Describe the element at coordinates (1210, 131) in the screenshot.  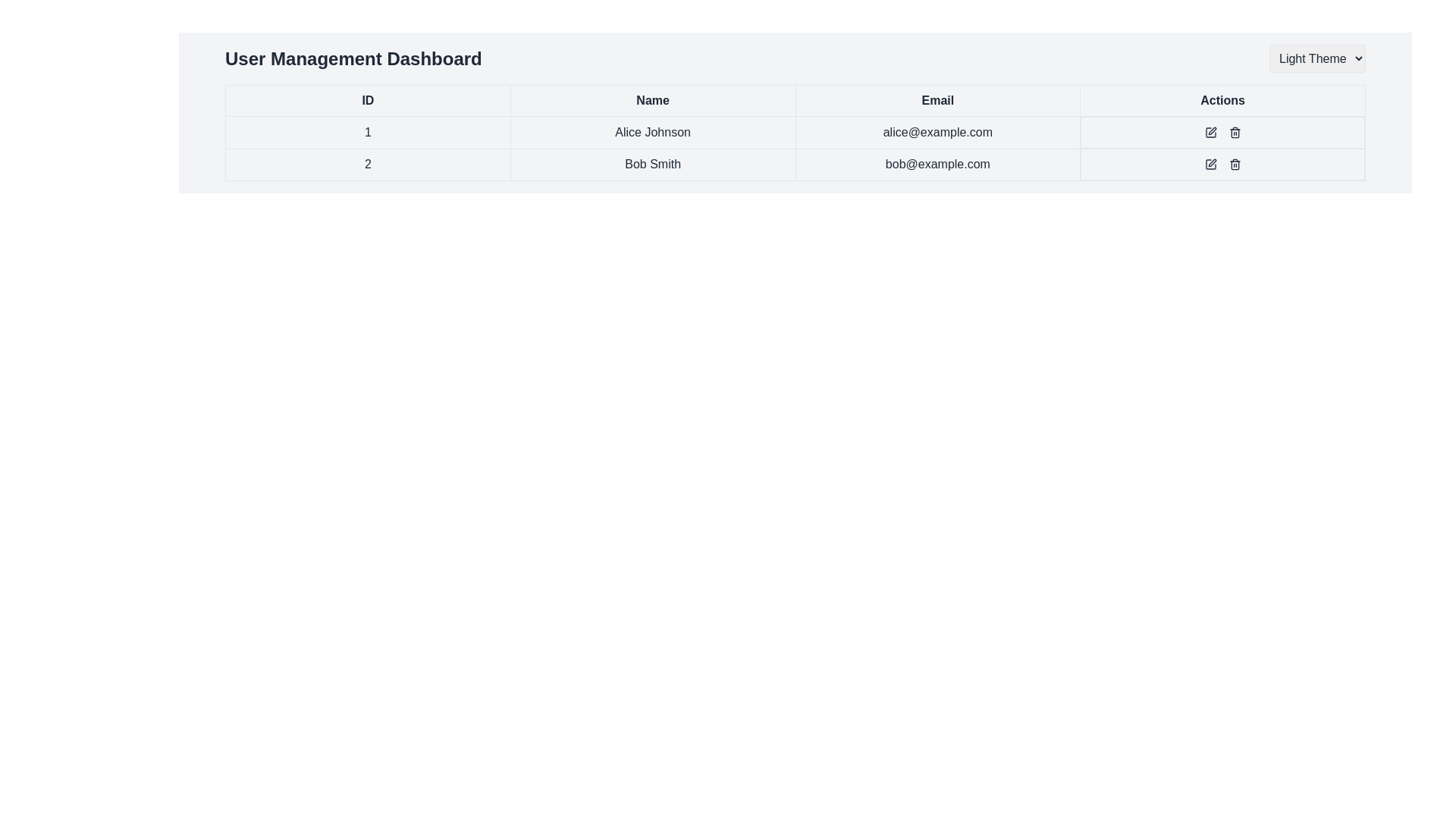
I see `the edit icon button resembling a pen located in the 'Actions' column of the data grid to initiate editing for the first row containing 'Alice Johnson'` at that location.